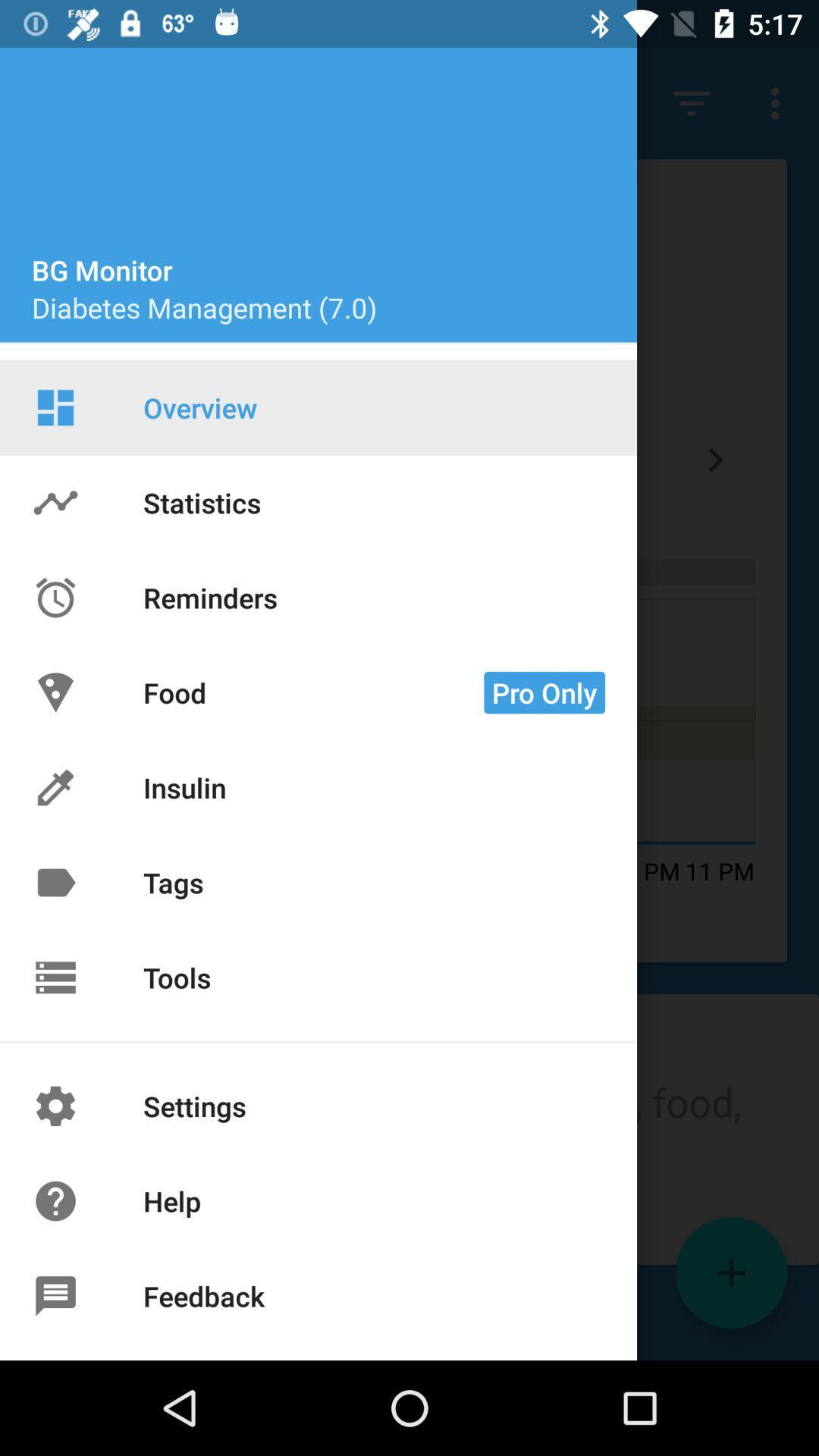 The width and height of the screenshot is (819, 1456). I want to click on the arrow_forward icon, so click(715, 459).